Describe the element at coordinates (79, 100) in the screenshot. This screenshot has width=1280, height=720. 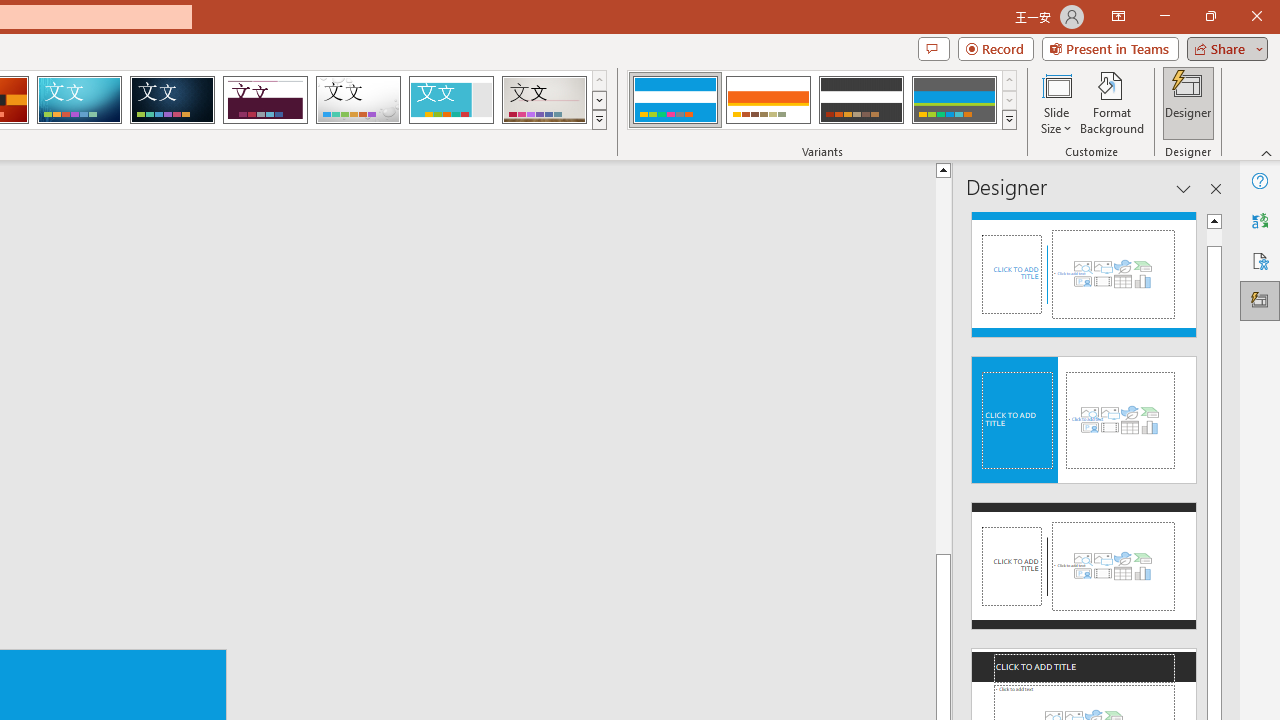
I see `'Circuit'` at that location.